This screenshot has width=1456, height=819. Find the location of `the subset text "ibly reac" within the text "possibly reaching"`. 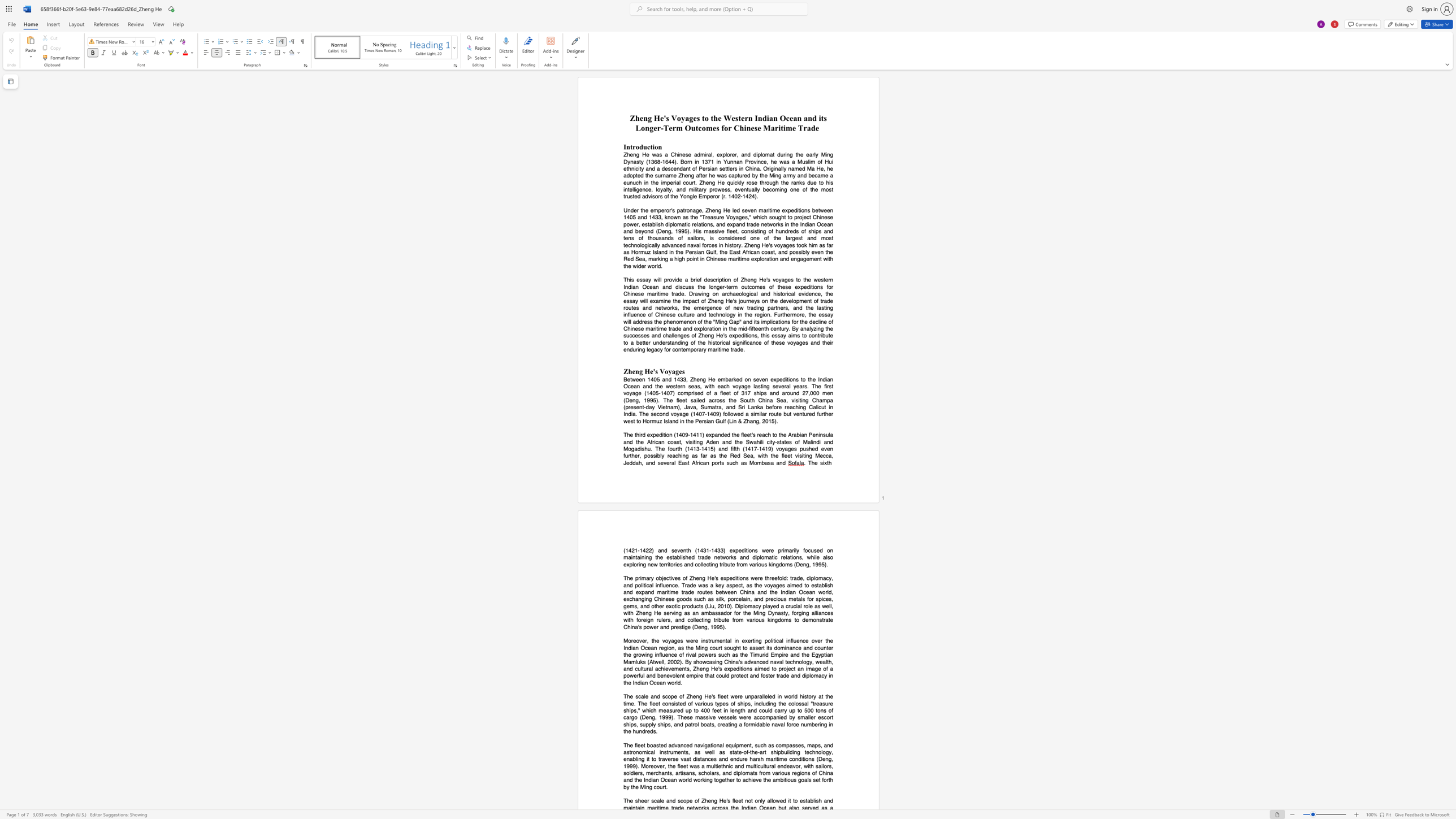

the subset text "ibly reac" within the text "possibly reaching" is located at coordinates (655, 456).